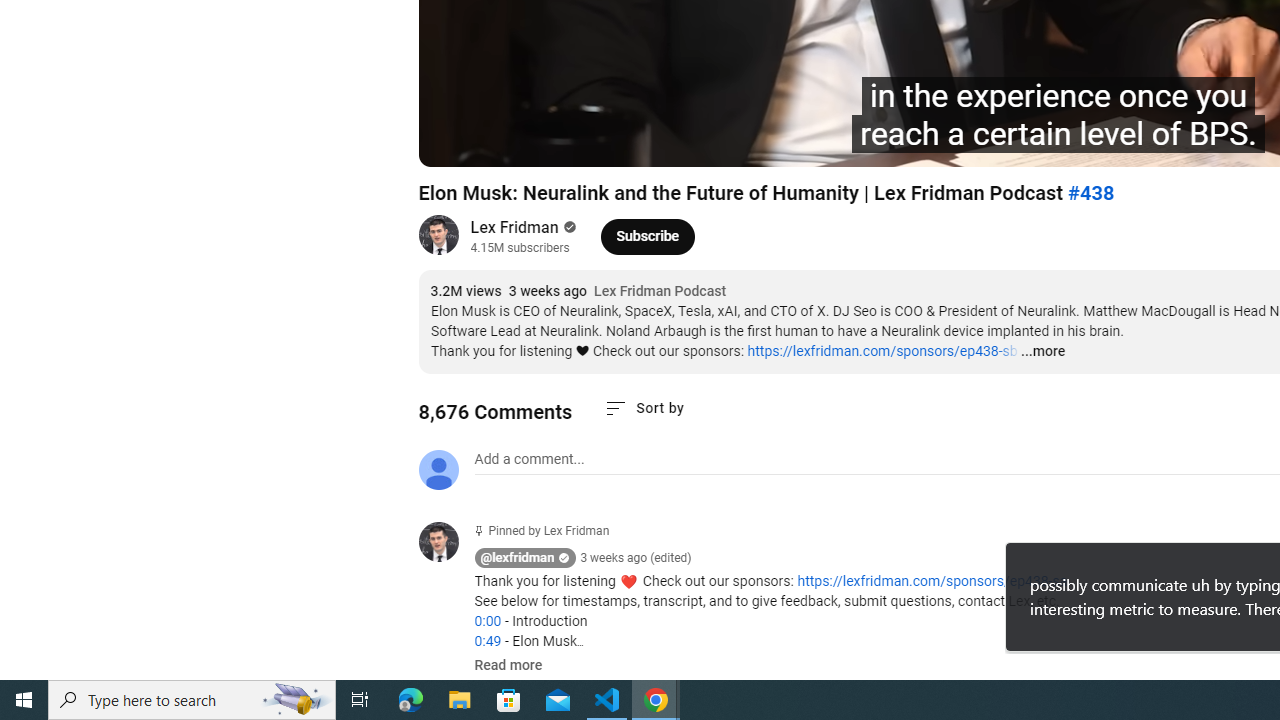 The image size is (1280, 720). I want to click on '0:00', so click(487, 620).